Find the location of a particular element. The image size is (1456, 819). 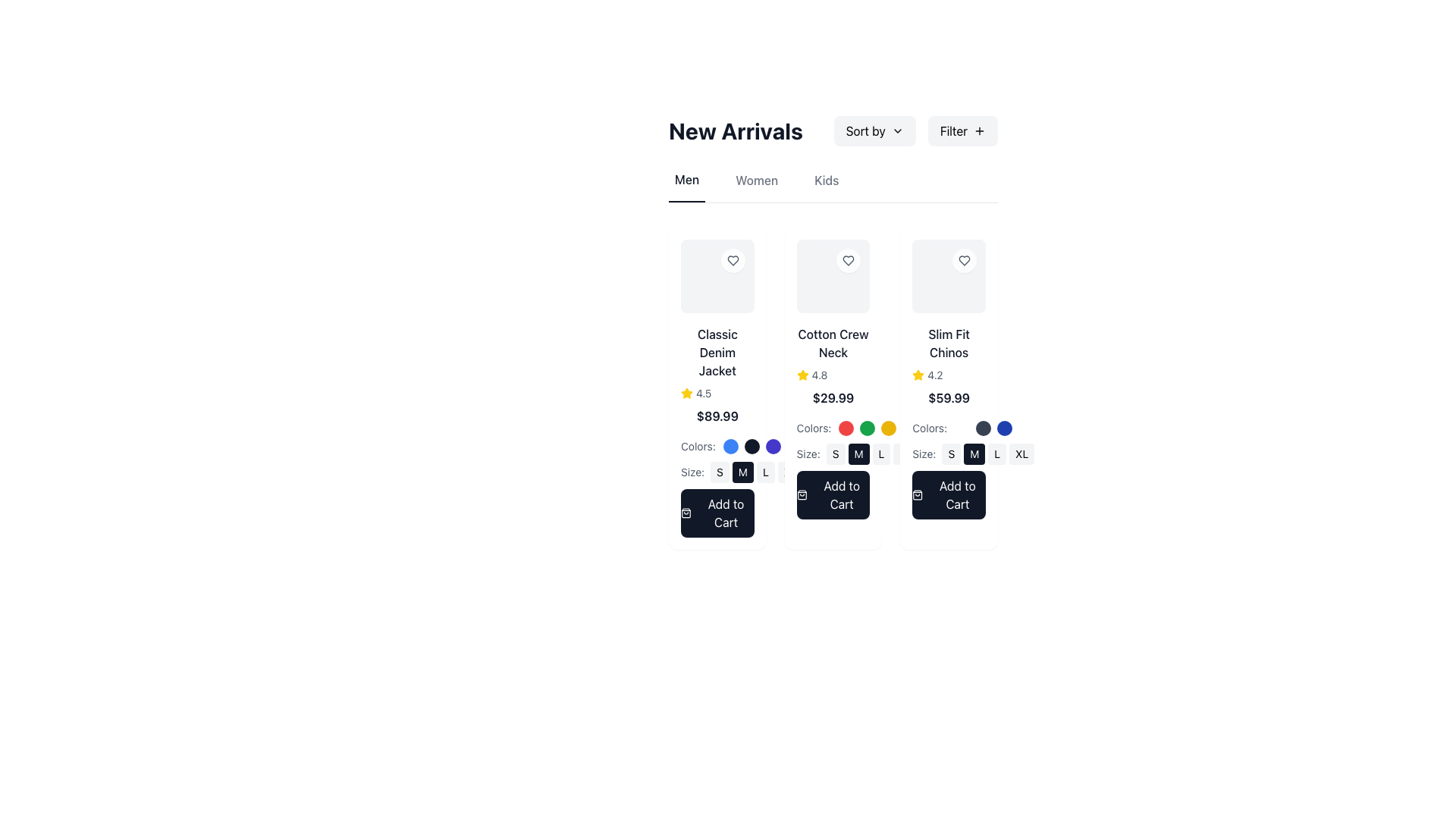

the shopping bag icon located within the 'Add to Cart' button under the 'Slim Fit Chinos' product is located at coordinates (917, 494).